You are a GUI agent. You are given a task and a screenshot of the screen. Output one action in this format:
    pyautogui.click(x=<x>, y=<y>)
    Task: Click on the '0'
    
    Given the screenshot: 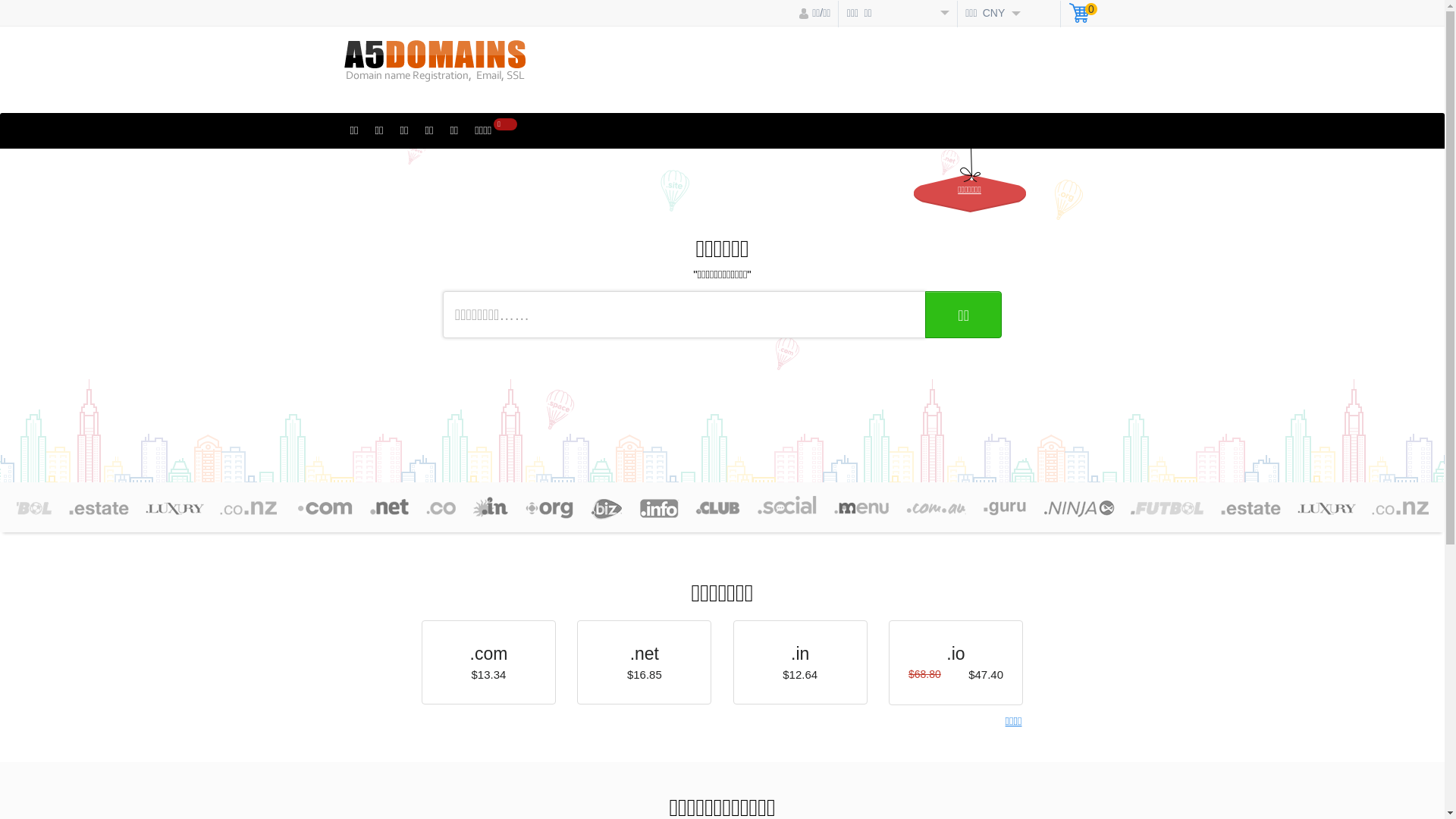 What is the action you would take?
    pyautogui.click(x=1082, y=14)
    